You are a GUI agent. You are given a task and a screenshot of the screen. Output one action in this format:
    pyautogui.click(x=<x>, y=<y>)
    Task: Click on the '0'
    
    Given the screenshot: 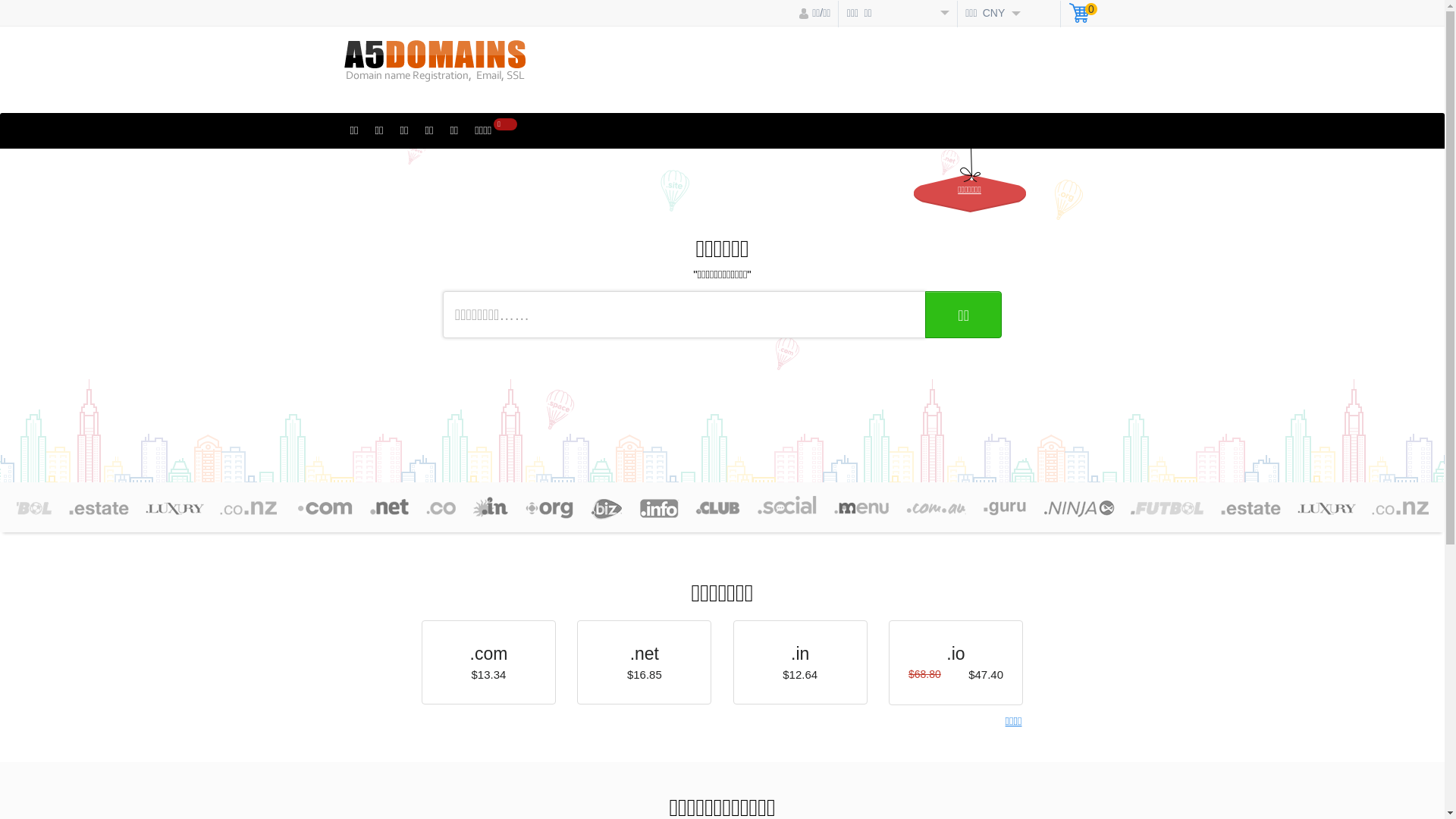 What is the action you would take?
    pyautogui.click(x=1082, y=14)
    